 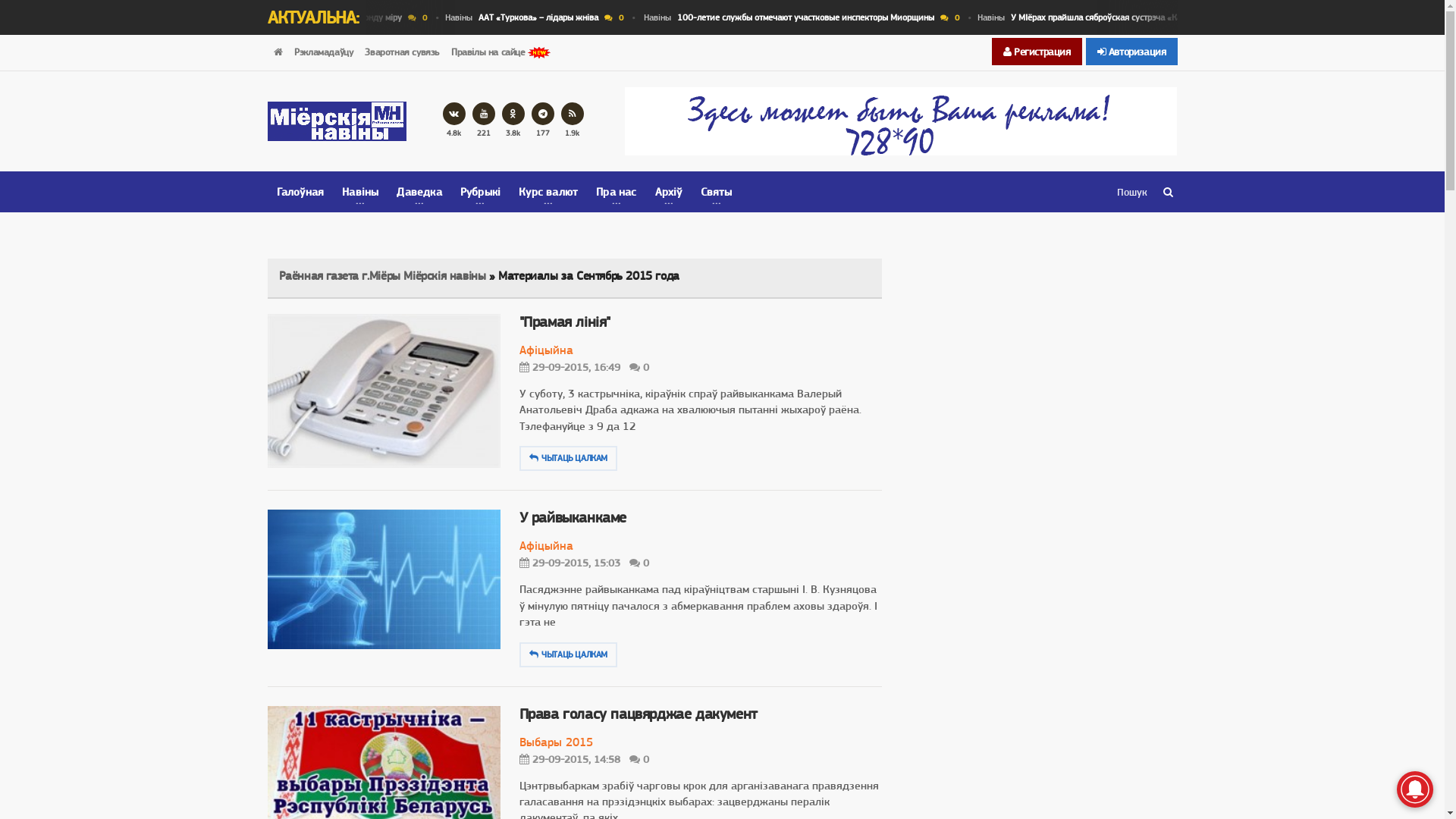 What do you see at coordinates (483, 119) in the screenshot?
I see `'221'` at bounding box center [483, 119].